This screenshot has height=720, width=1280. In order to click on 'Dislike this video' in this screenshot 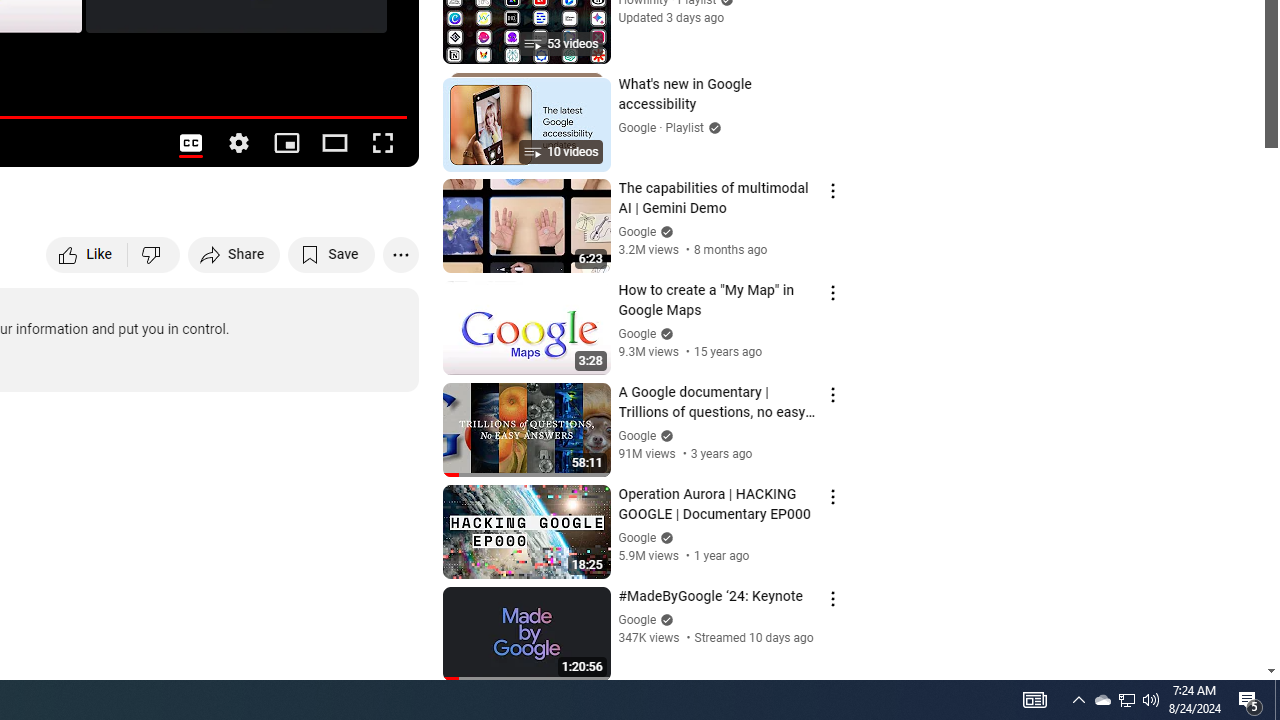, I will do `click(153, 253)`.